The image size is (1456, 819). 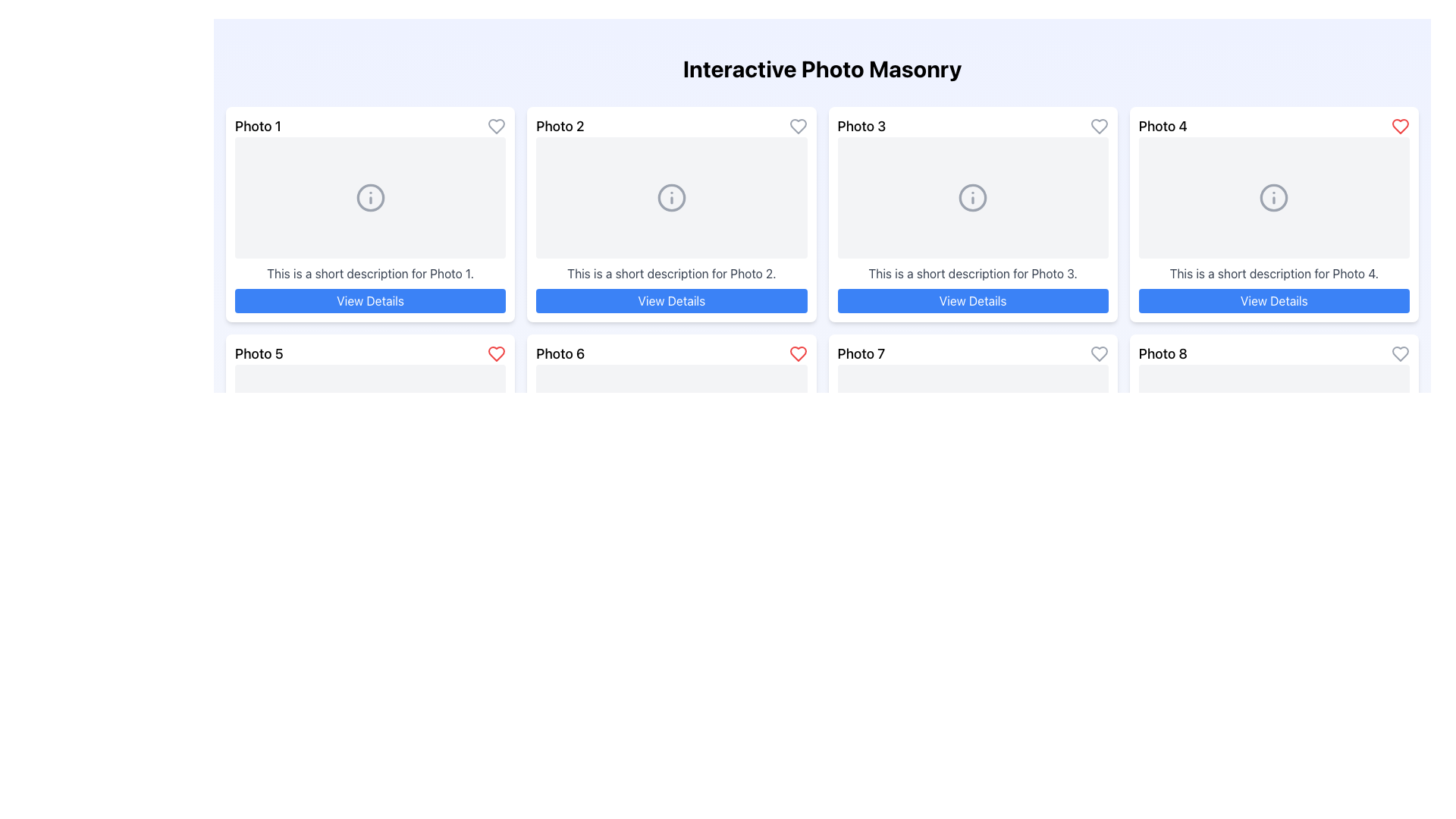 I want to click on the text label providing a description for 'Photo 1', located centrally beneath the image area and above the 'View Details' button, so click(x=370, y=274).